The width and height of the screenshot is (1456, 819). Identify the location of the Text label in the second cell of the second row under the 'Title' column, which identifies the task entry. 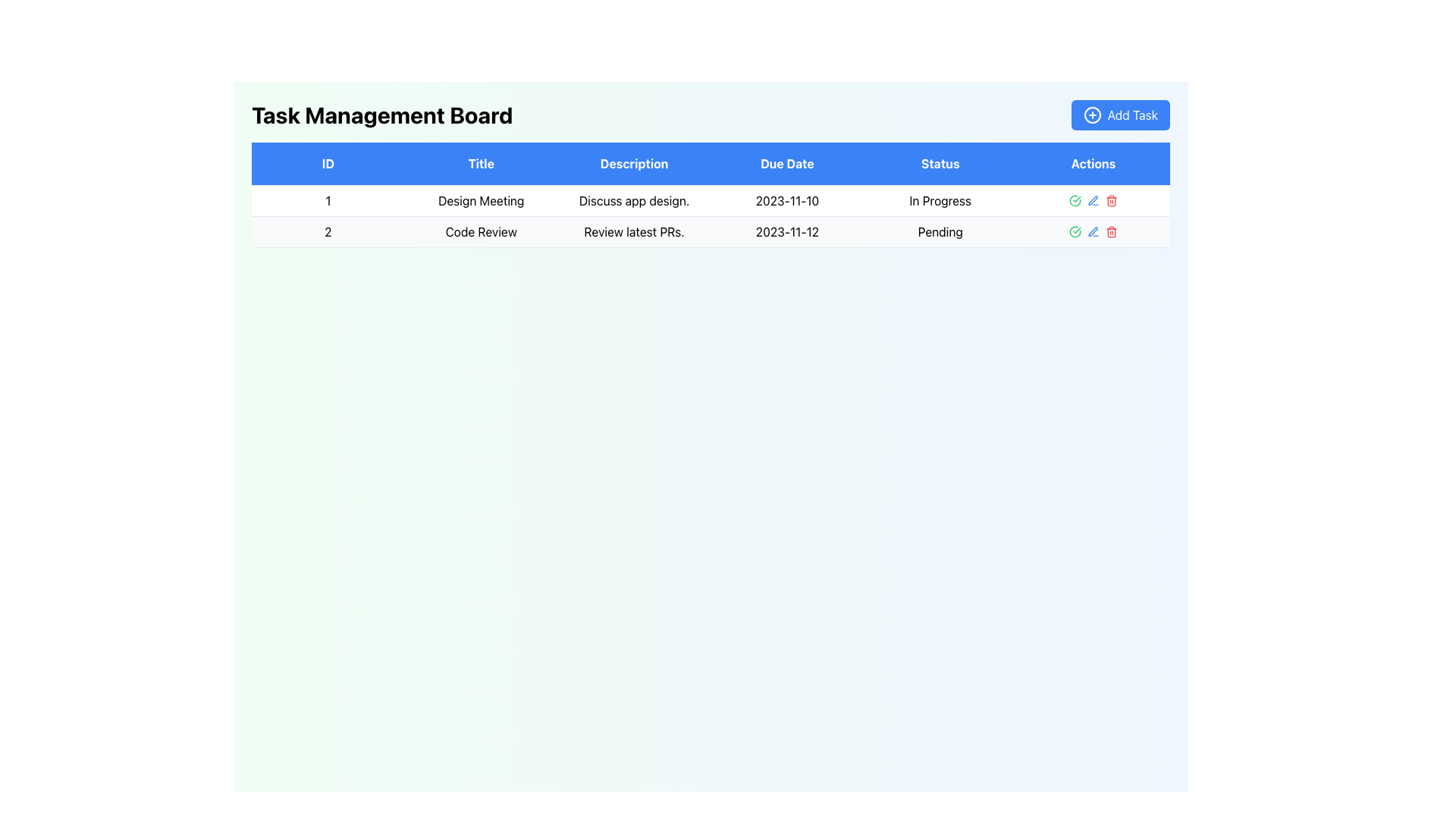
(480, 231).